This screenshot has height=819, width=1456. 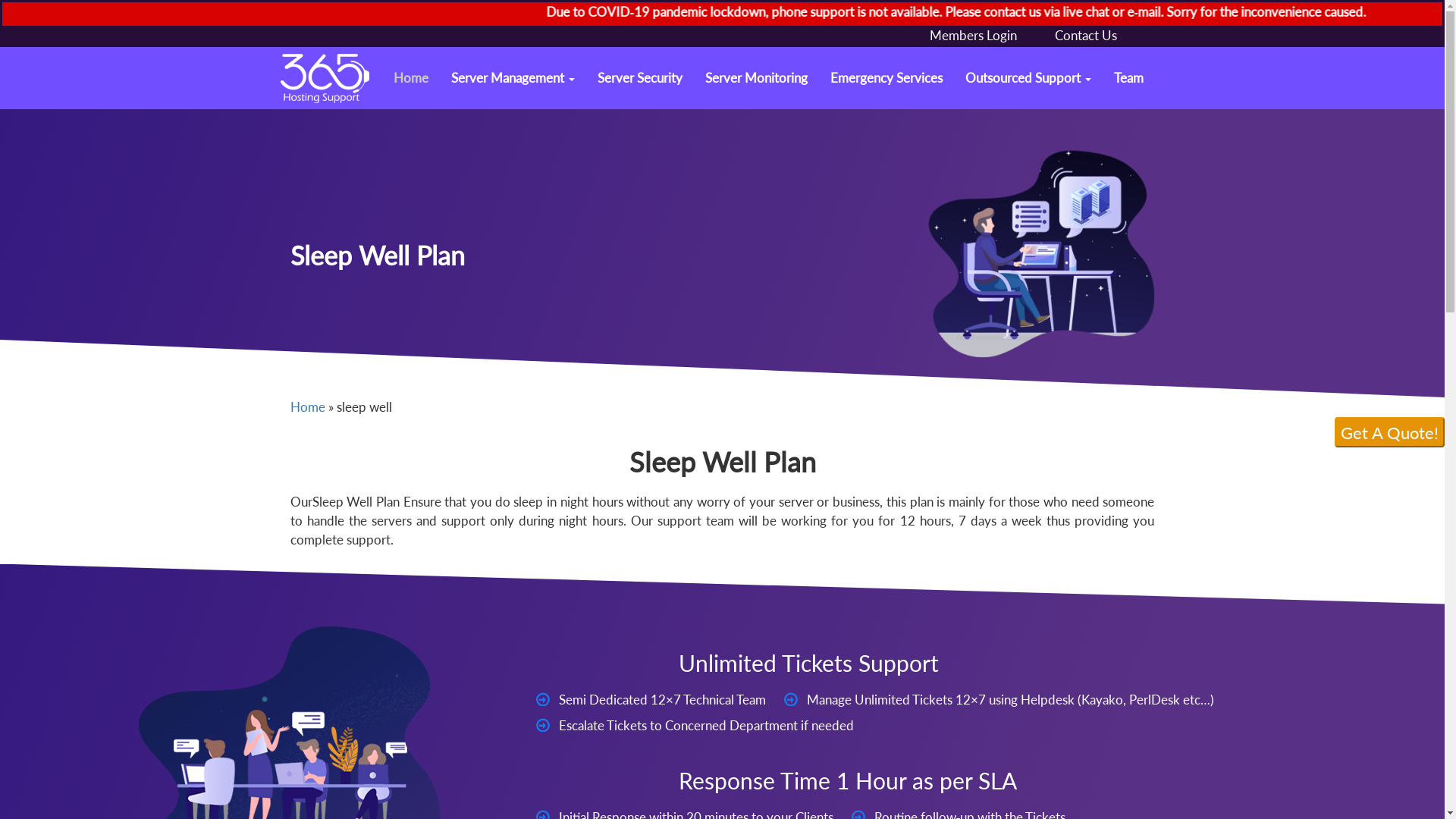 What do you see at coordinates (1084, 34) in the screenshot?
I see `'Contact Us'` at bounding box center [1084, 34].